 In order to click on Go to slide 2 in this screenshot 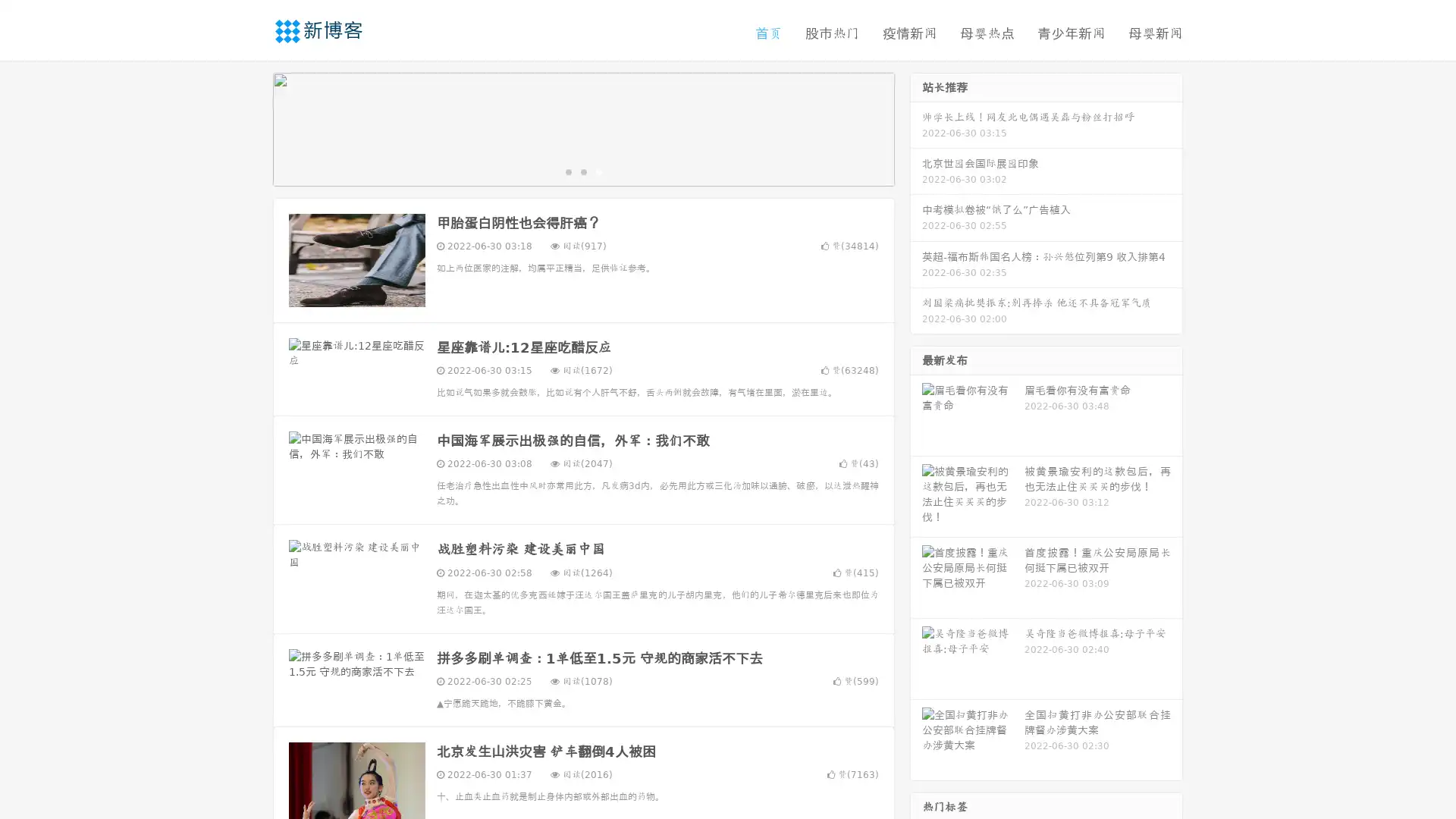, I will do `click(582, 171)`.